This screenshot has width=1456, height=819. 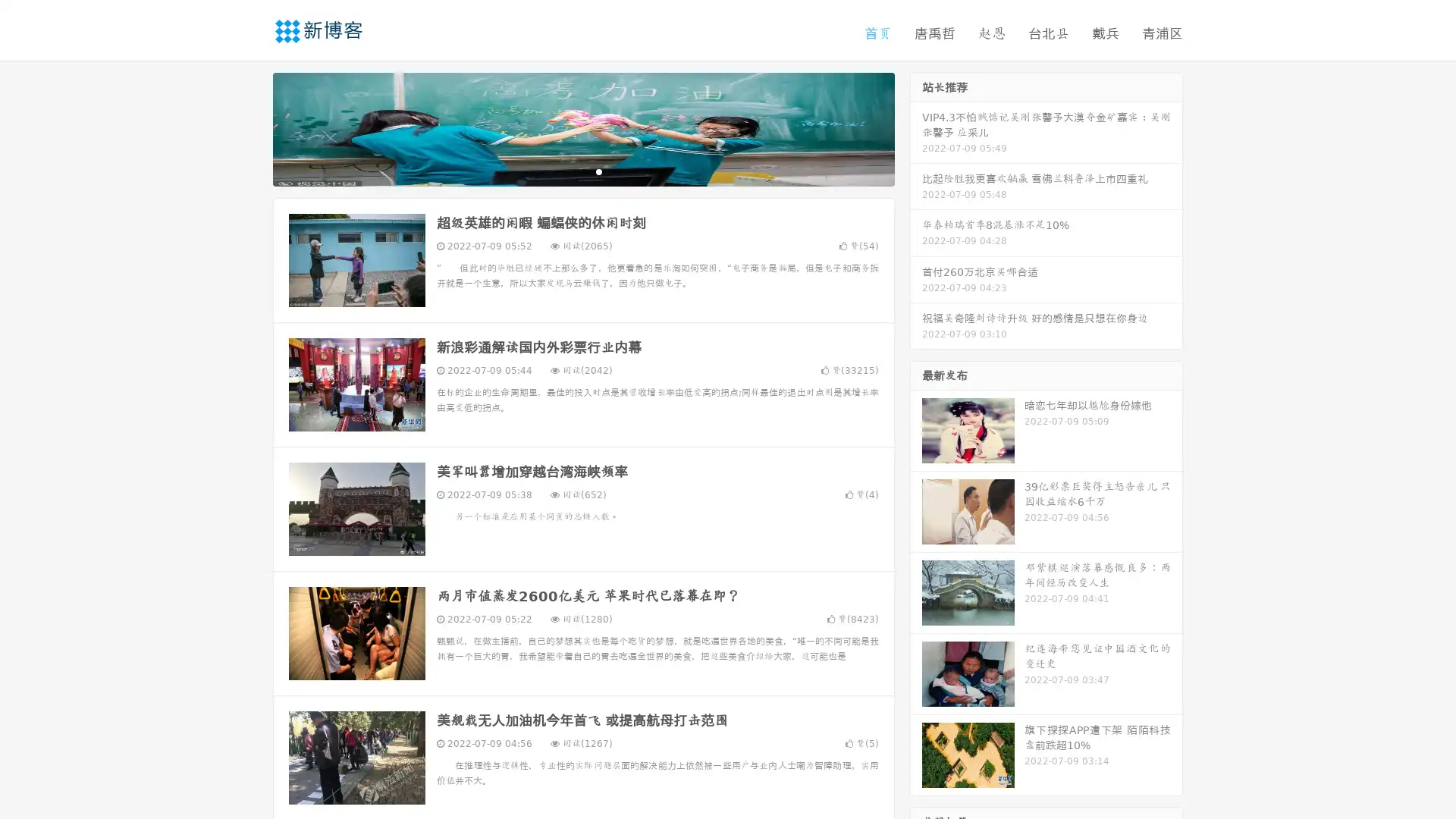 I want to click on Next slide, so click(x=916, y=127).